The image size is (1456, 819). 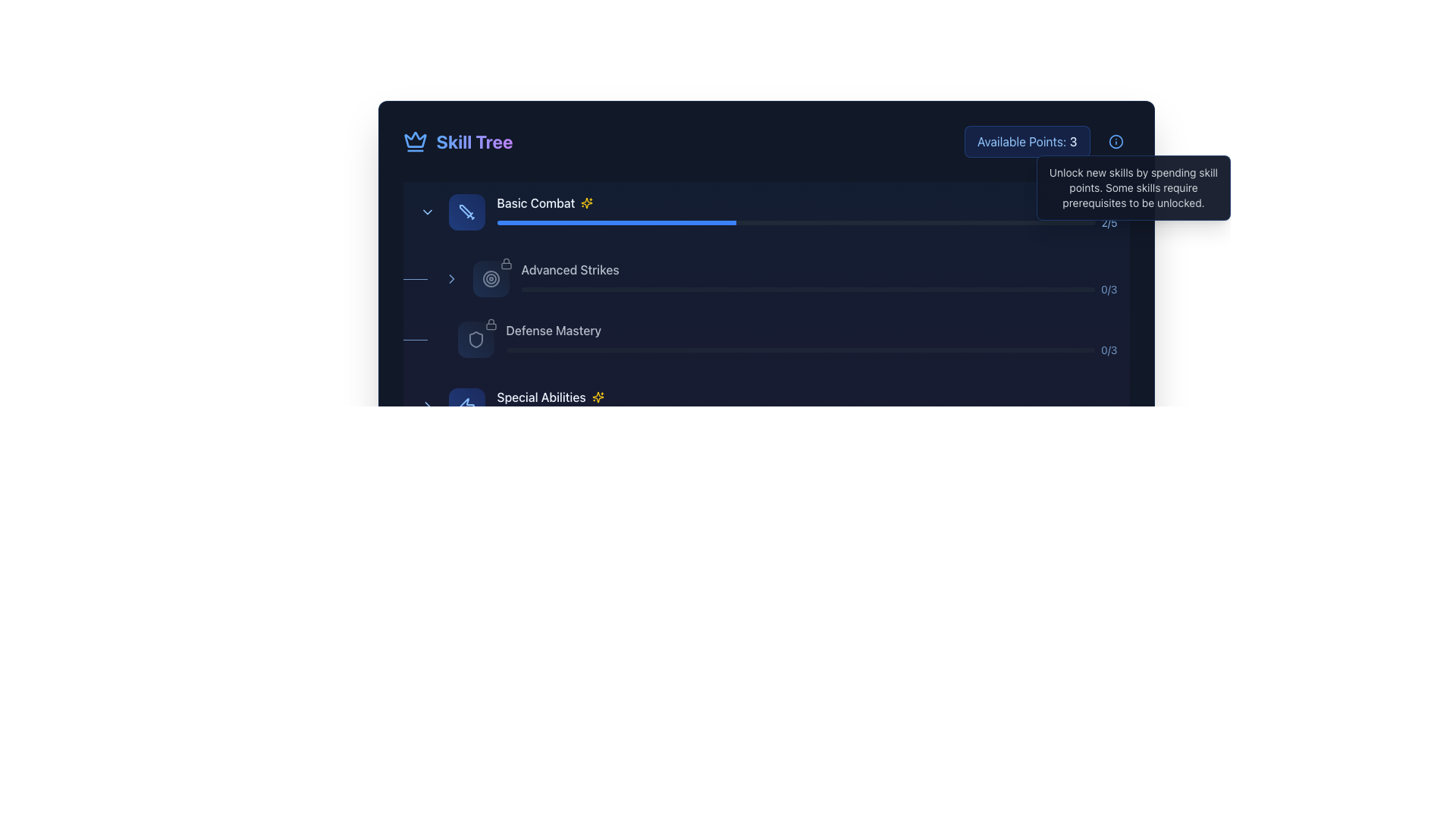 I want to click on the graphical icon resembling a sword, which is part of the 'Basic Combat' skill representation in the skill tree interface, so click(x=464, y=211).